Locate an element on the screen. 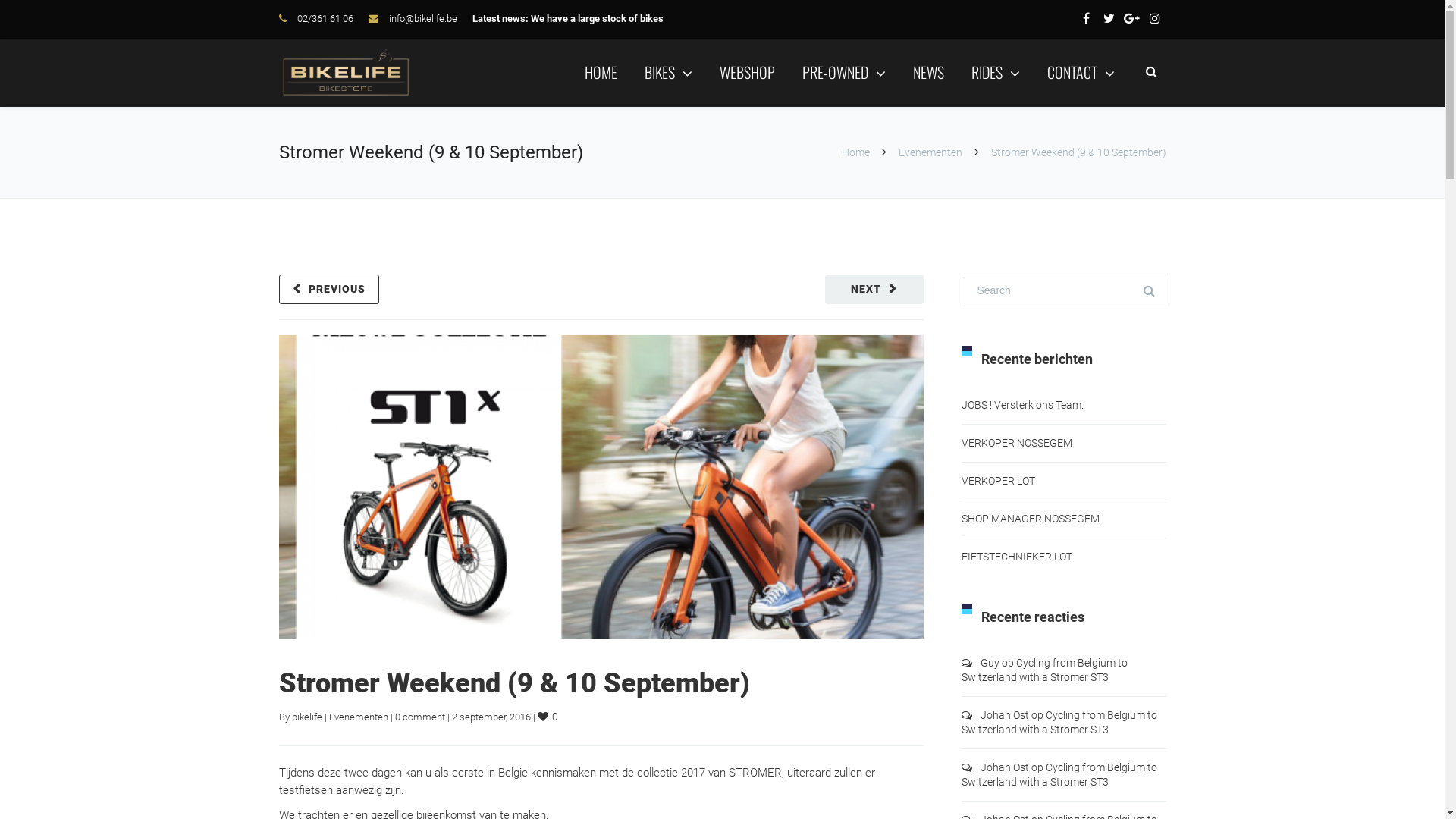 The image size is (1456, 819). 'PREVIOUS' is located at coordinates (279, 289).